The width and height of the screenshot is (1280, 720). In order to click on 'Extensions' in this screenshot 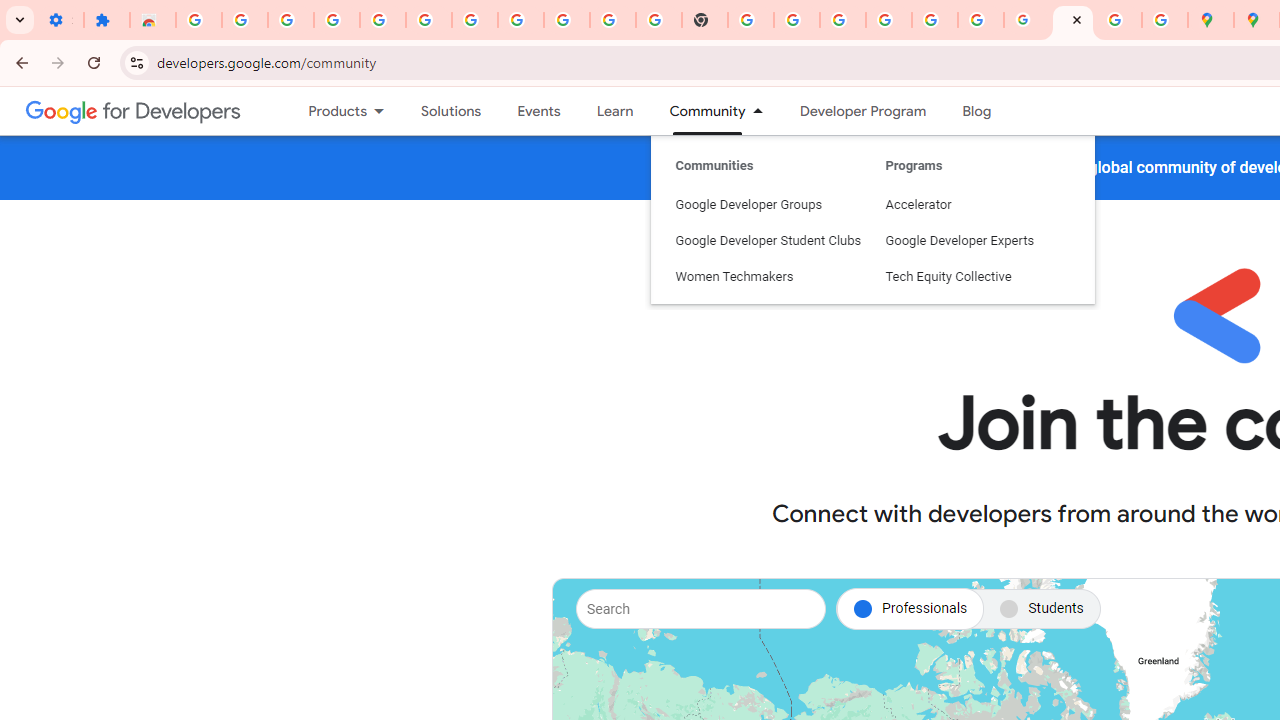, I will do `click(106, 20)`.